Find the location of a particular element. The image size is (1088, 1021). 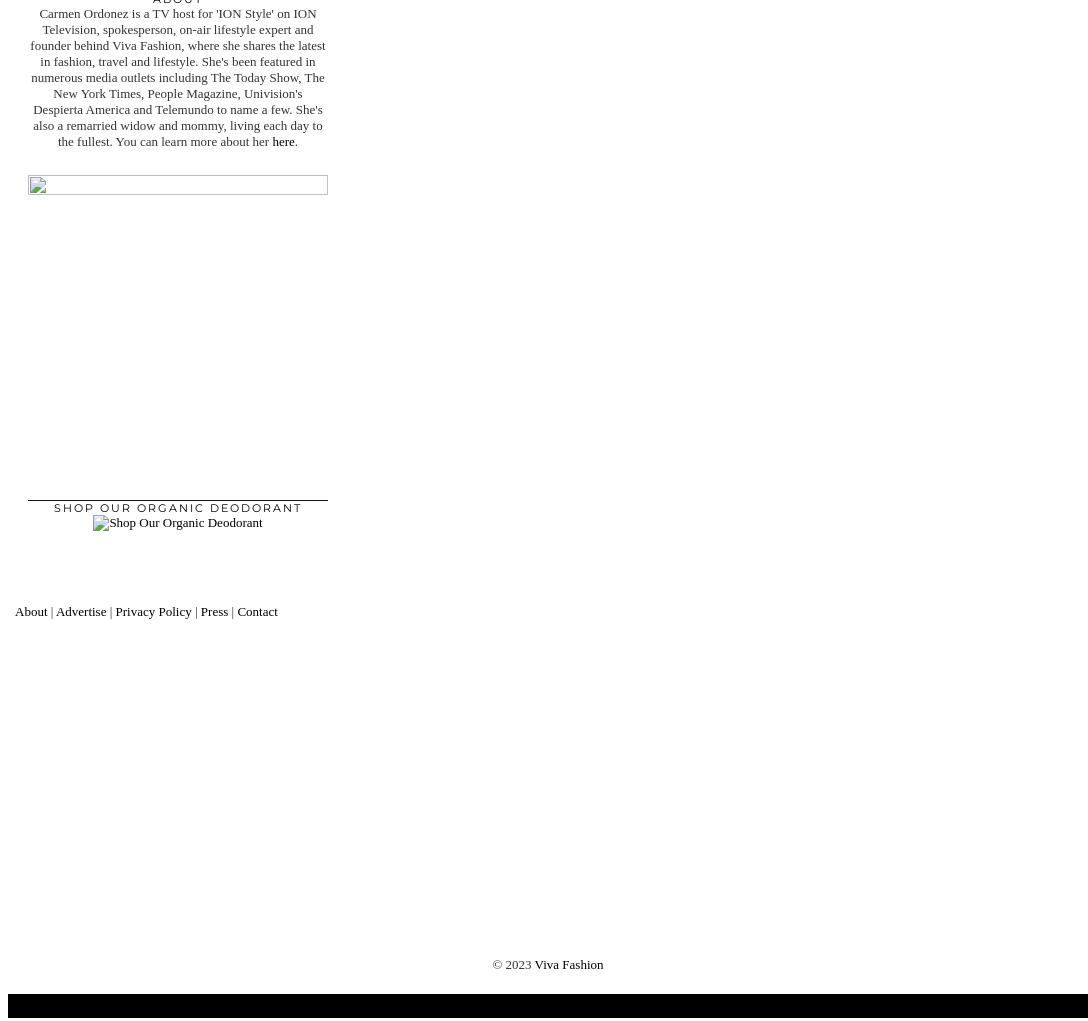

'About' is located at coordinates (15, 610).